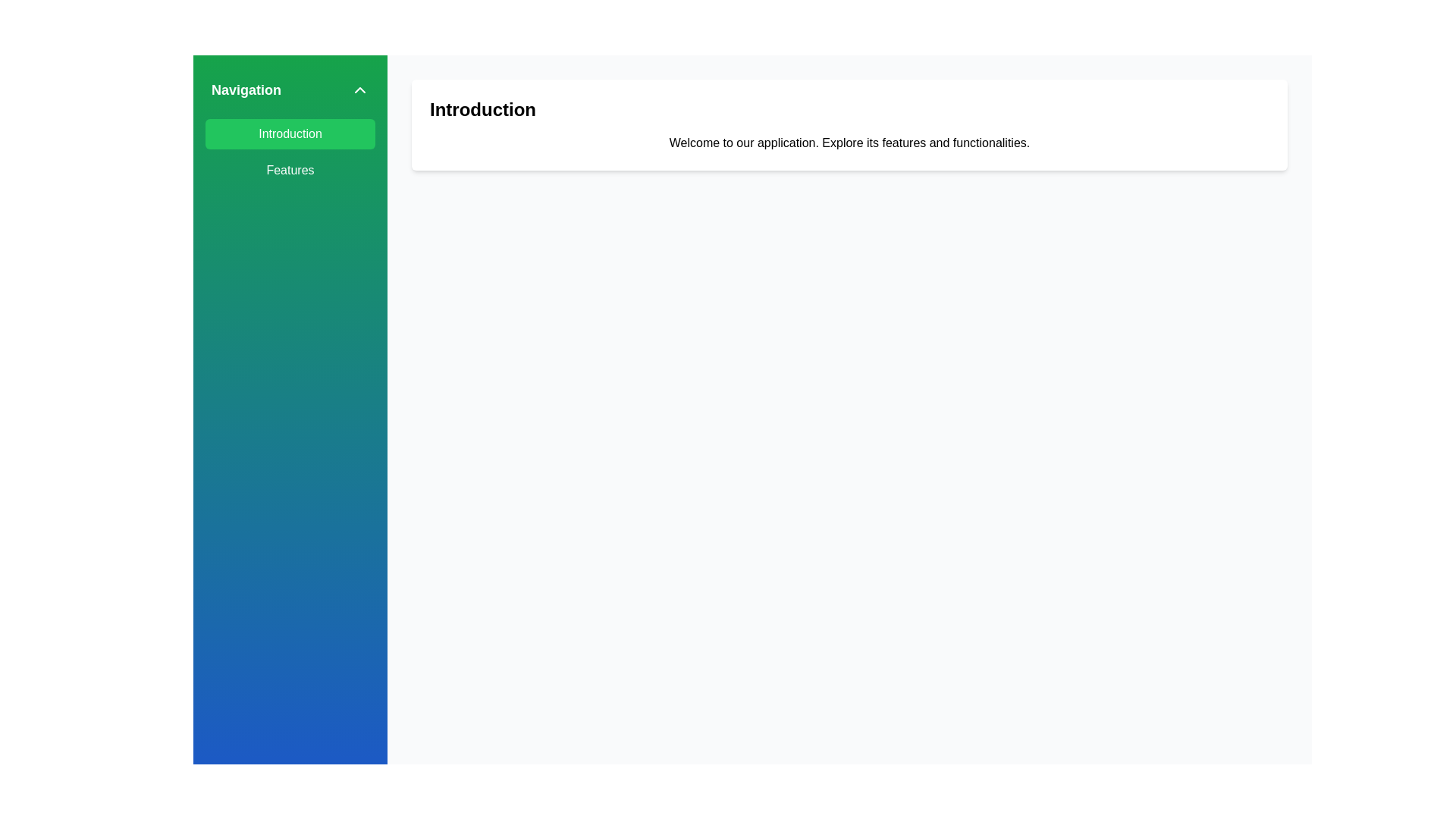 This screenshot has width=1456, height=819. What do you see at coordinates (359, 90) in the screenshot?
I see `the upward-pointing chevron icon with a white outline and green background located in the header of the sidebar menu next to the text 'Navigation'` at bounding box center [359, 90].